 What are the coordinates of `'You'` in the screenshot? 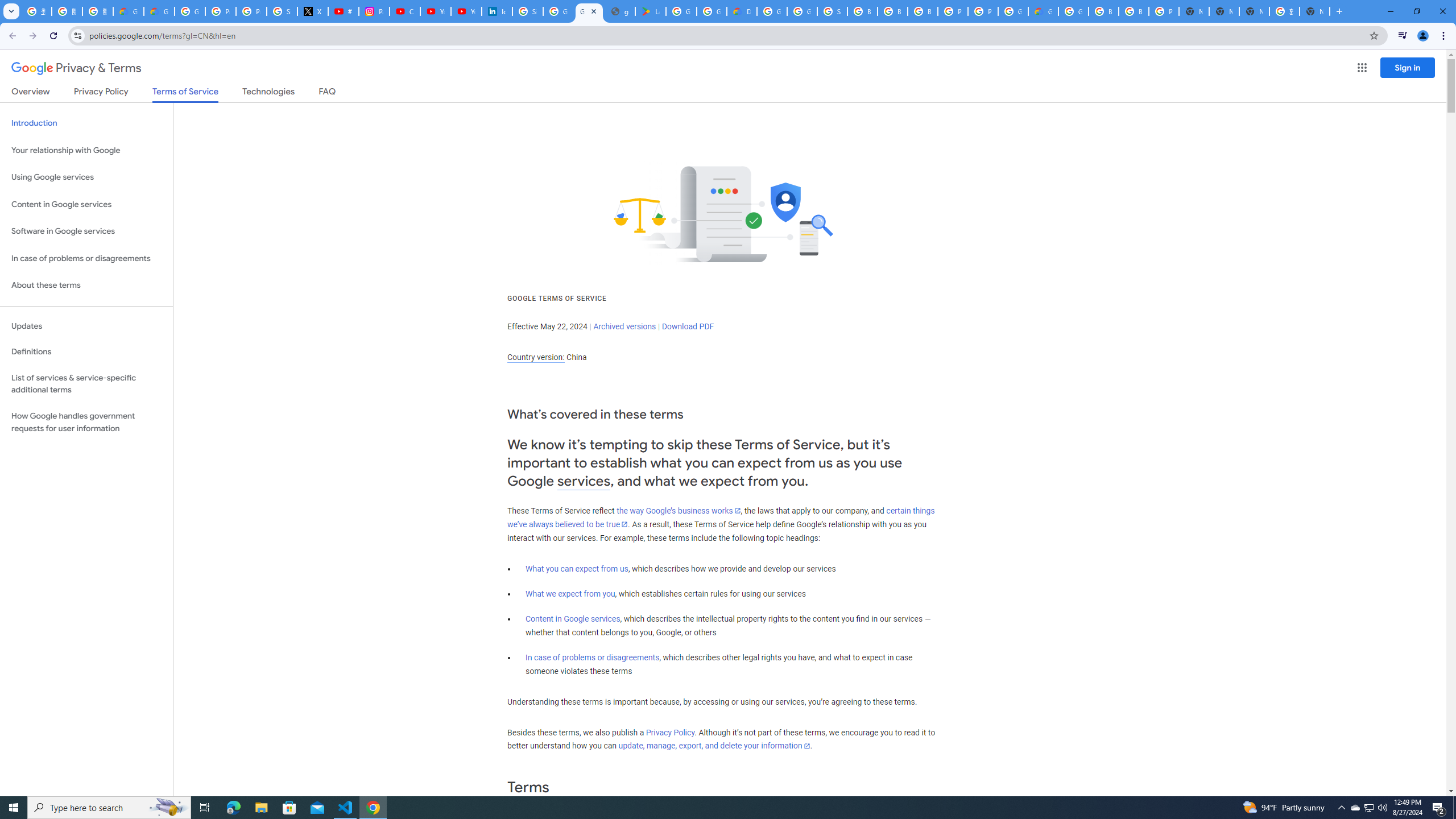 It's located at (1423, 35).